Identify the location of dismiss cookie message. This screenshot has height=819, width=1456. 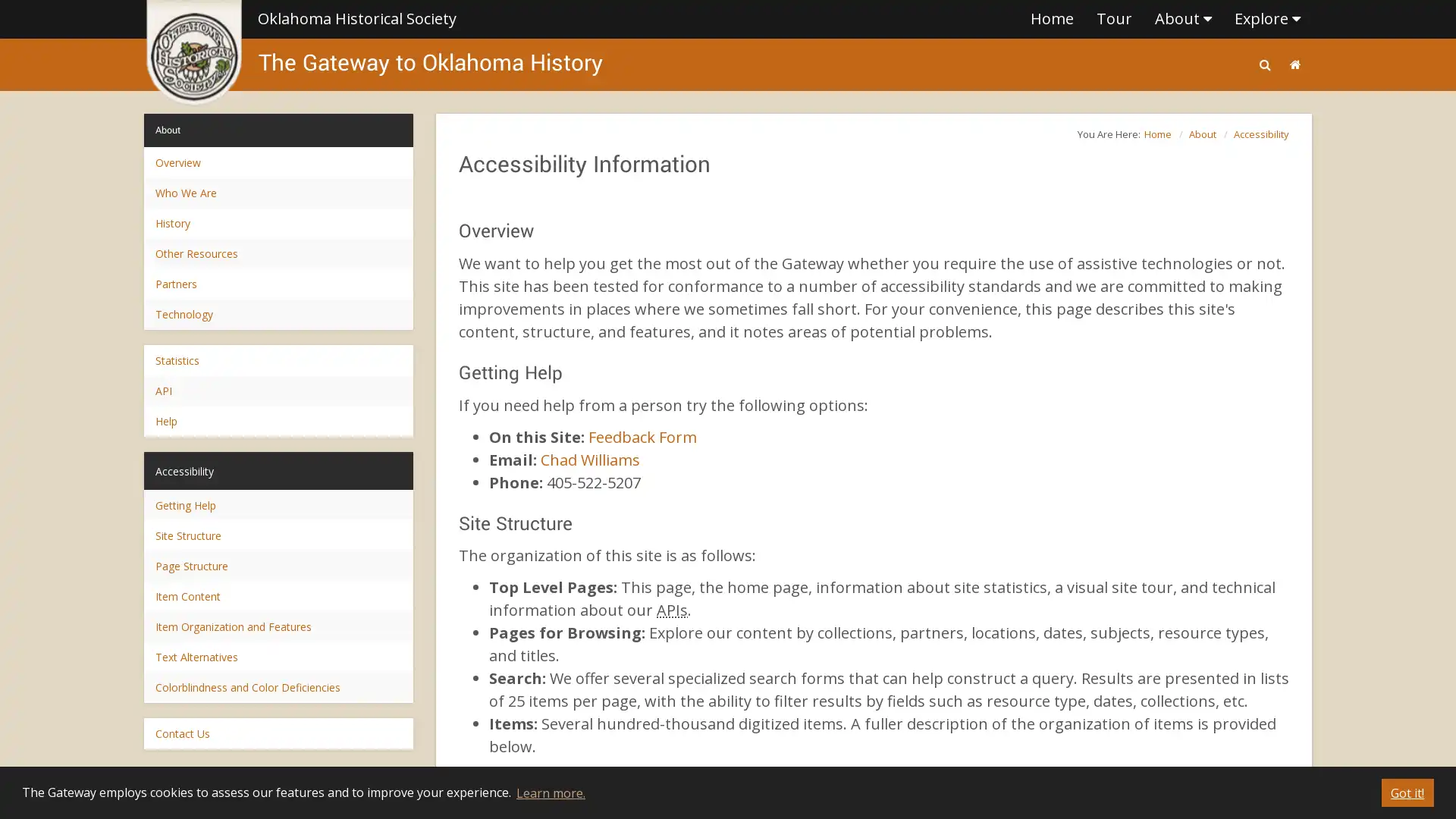
(1407, 792).